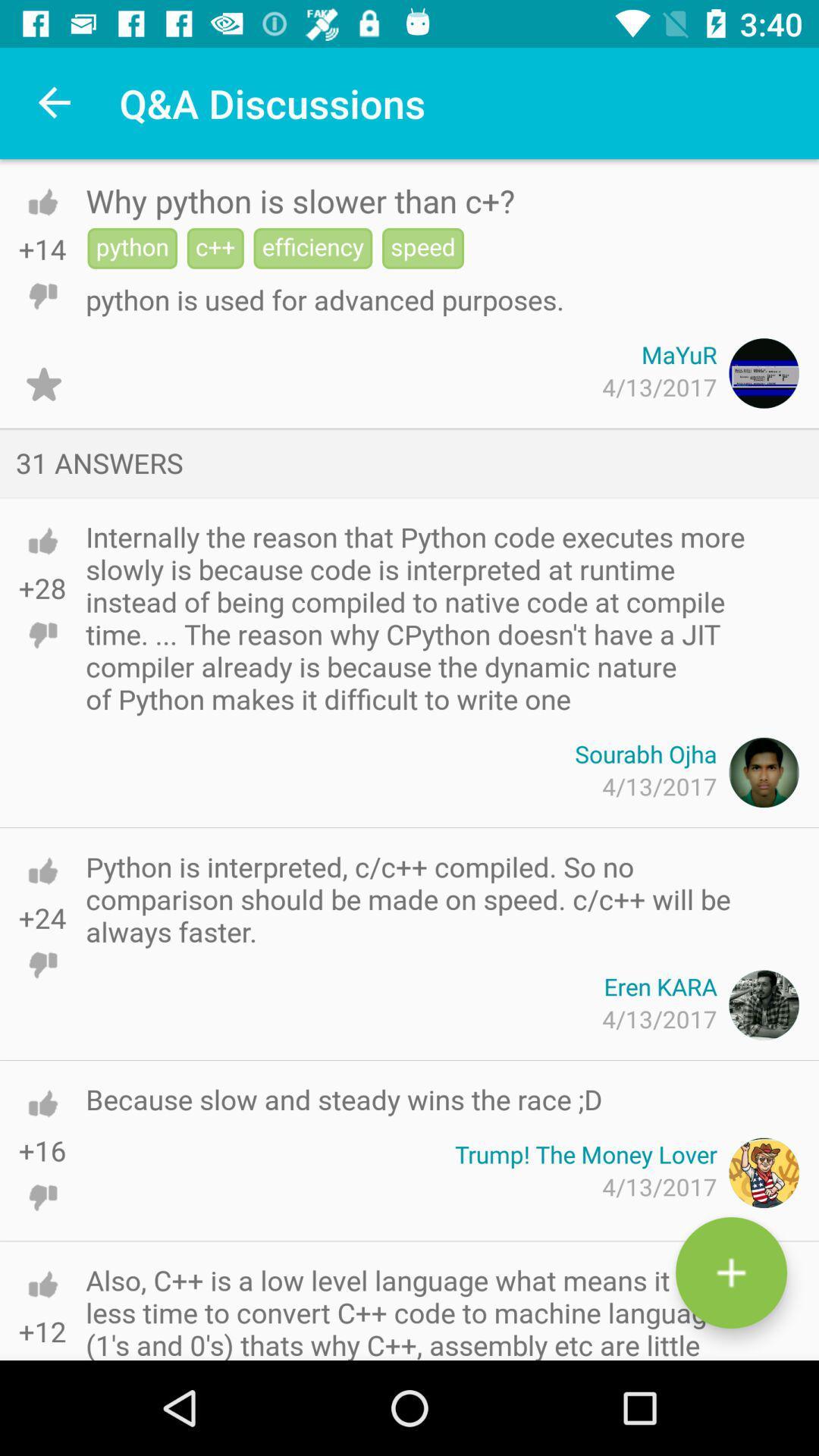 This screenshot has width=819, height=1456. What do you see at coordinates (42, 296) in the screenshot?
I see `dislike/ downvote` at bounding box center [42, 296].